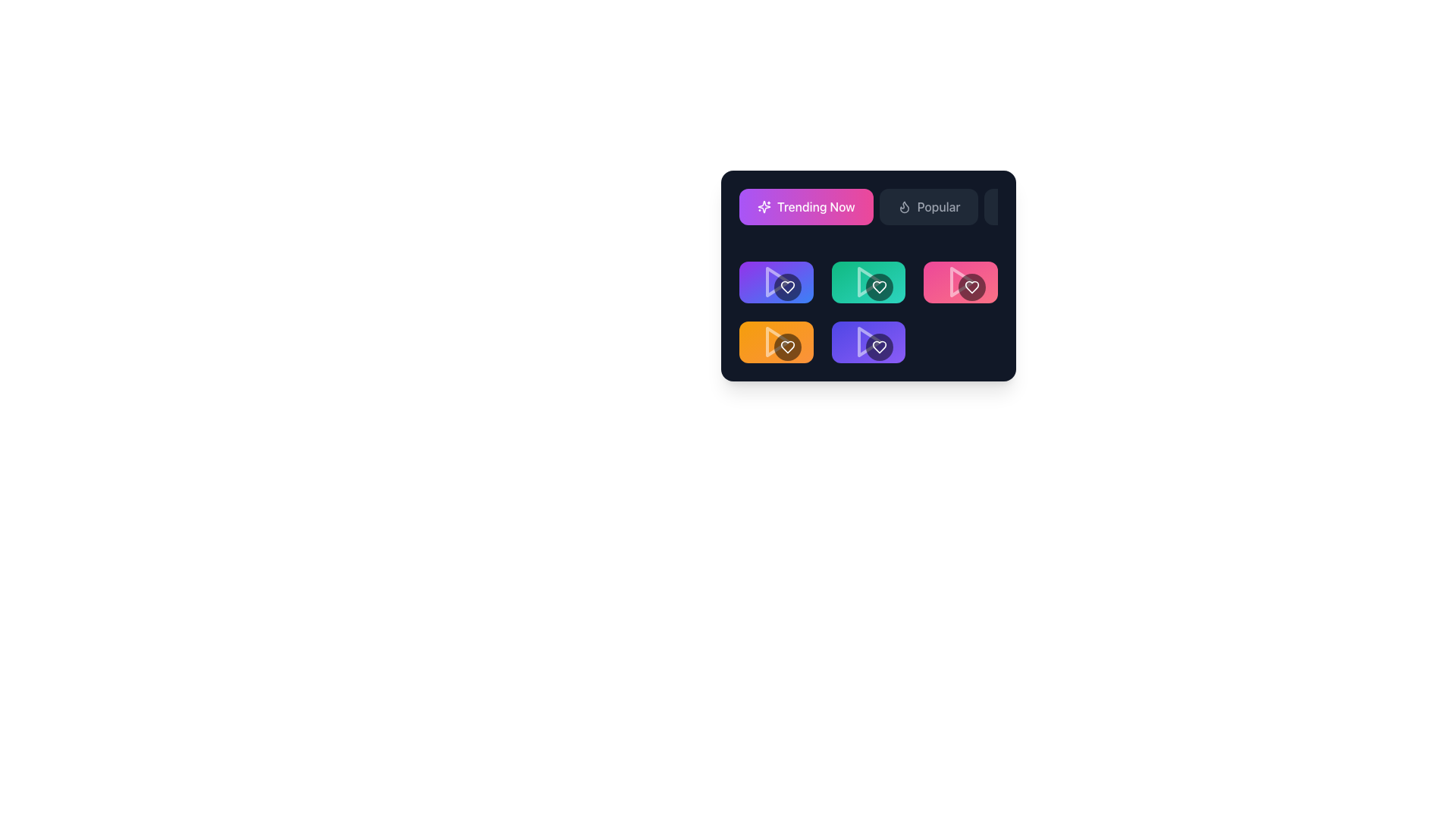 The width and height of the screenshot is (1456, 819). Describe the element at coordinates (776, 275) in the screenshot. I see `the Interactive media button, which features a heart icon within a circular button and is located at the top-left of a grid under 'Trending Now'` at that location.